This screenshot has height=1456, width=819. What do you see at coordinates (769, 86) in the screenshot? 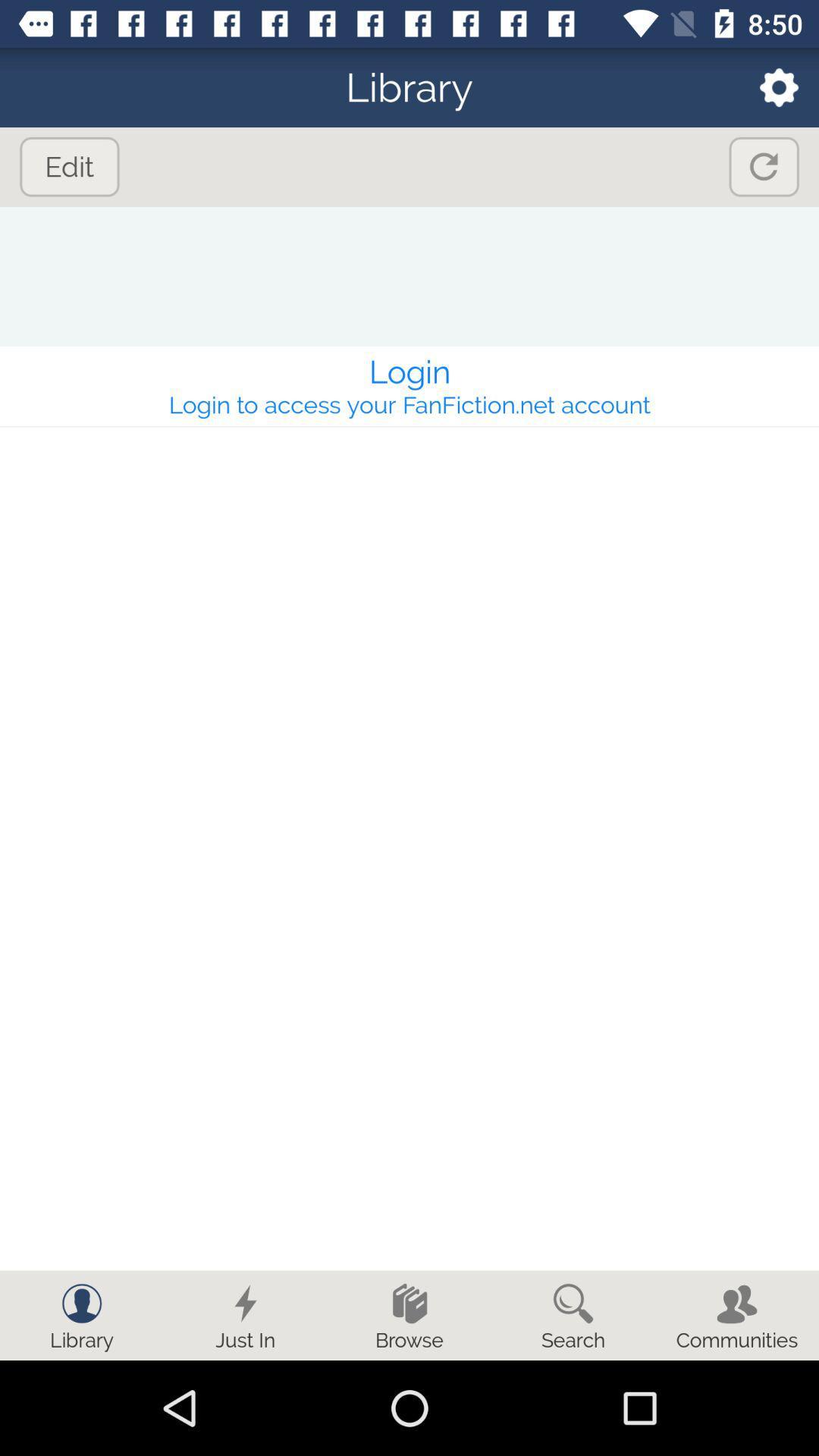
I see `open settings` at bounding box center [769, 86].